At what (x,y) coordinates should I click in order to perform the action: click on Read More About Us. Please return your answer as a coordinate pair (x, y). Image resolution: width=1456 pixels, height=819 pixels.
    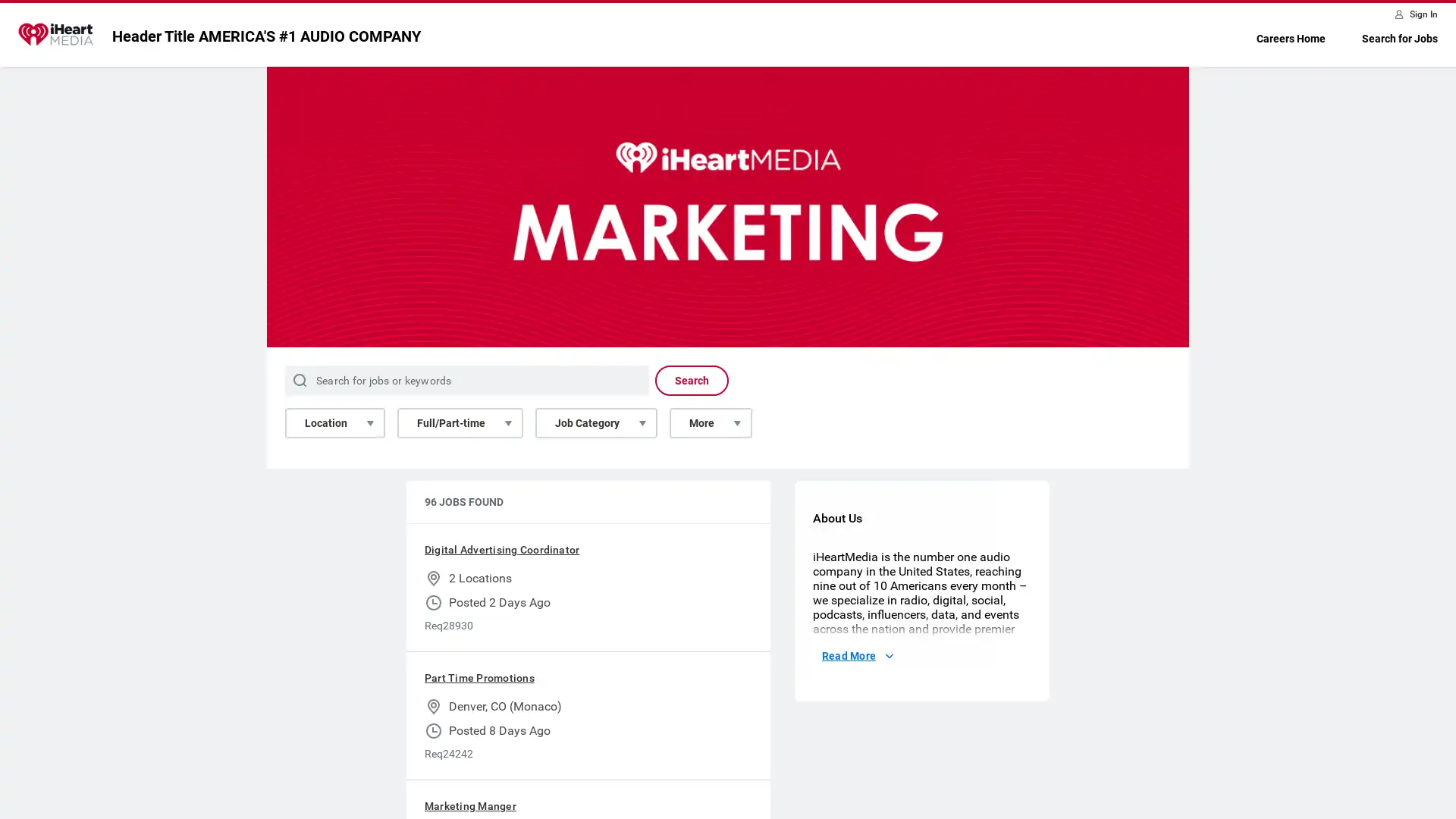
    Looking at the image, I should click on (856, 769).